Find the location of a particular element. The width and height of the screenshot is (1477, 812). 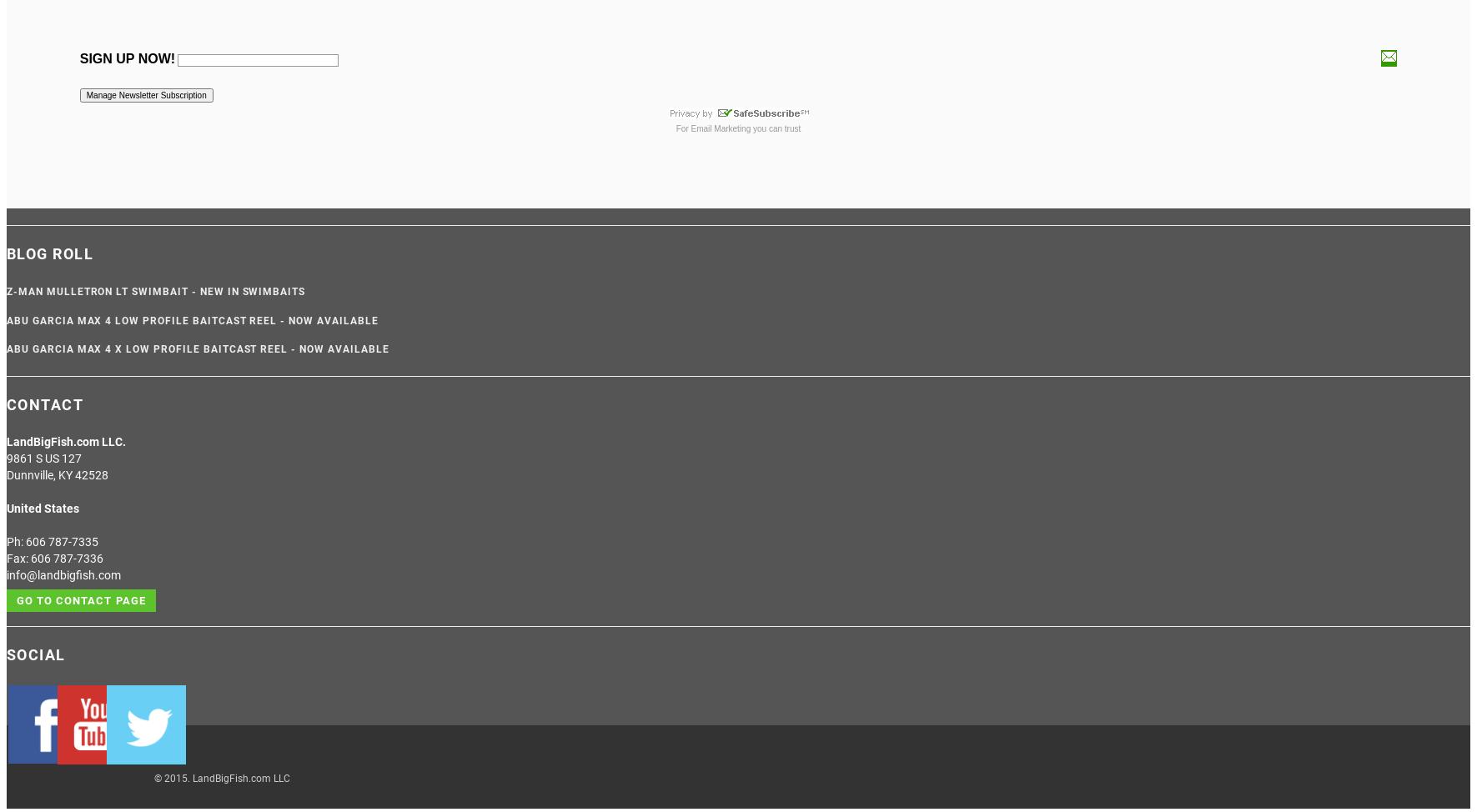

'9861 S US 127' is located at coordinates (43, 459).